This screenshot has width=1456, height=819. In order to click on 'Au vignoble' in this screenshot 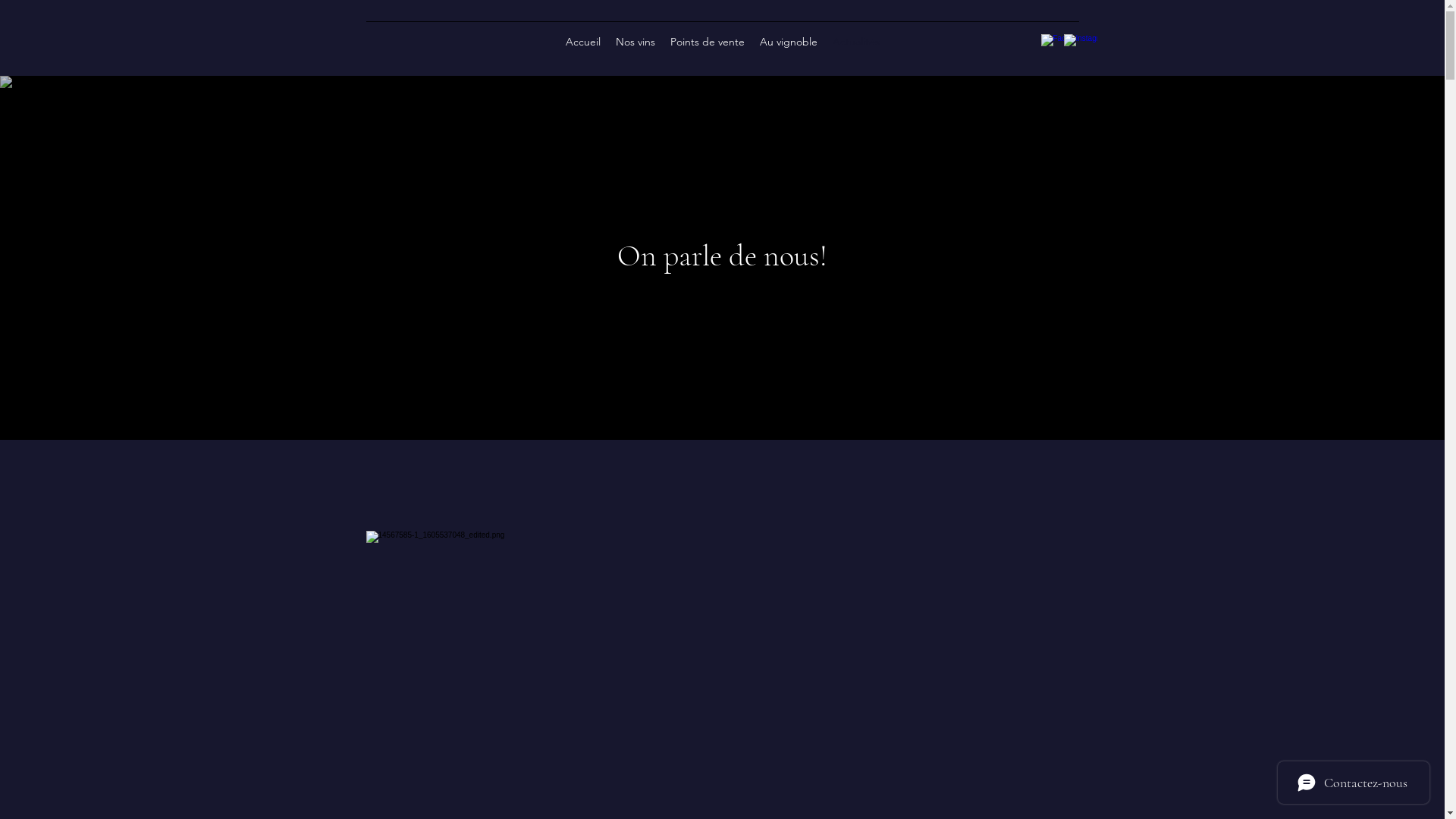, I will do `click(789, 40)`.